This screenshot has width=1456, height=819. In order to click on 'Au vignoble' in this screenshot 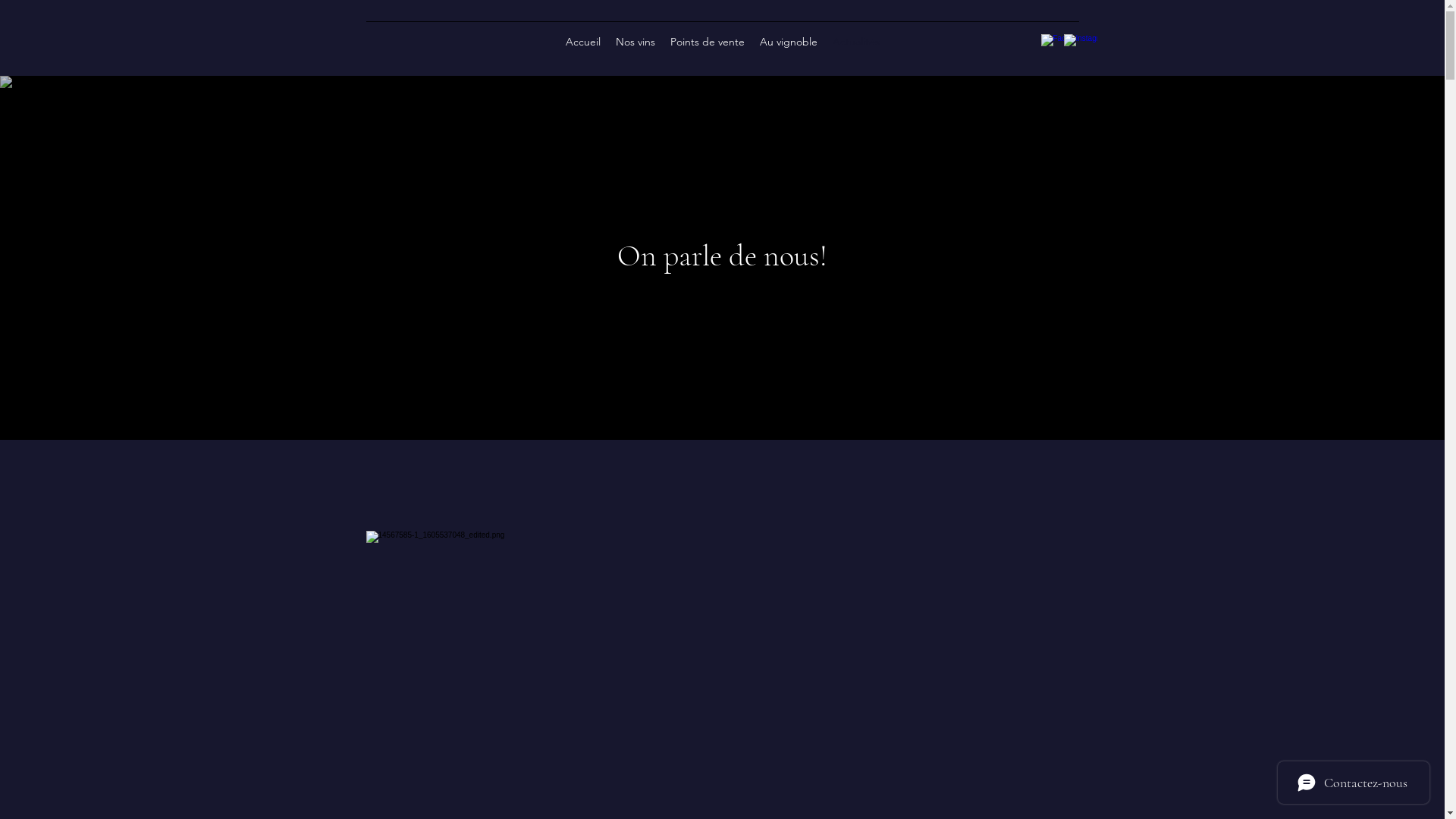, I will do `click(789, 40)`.